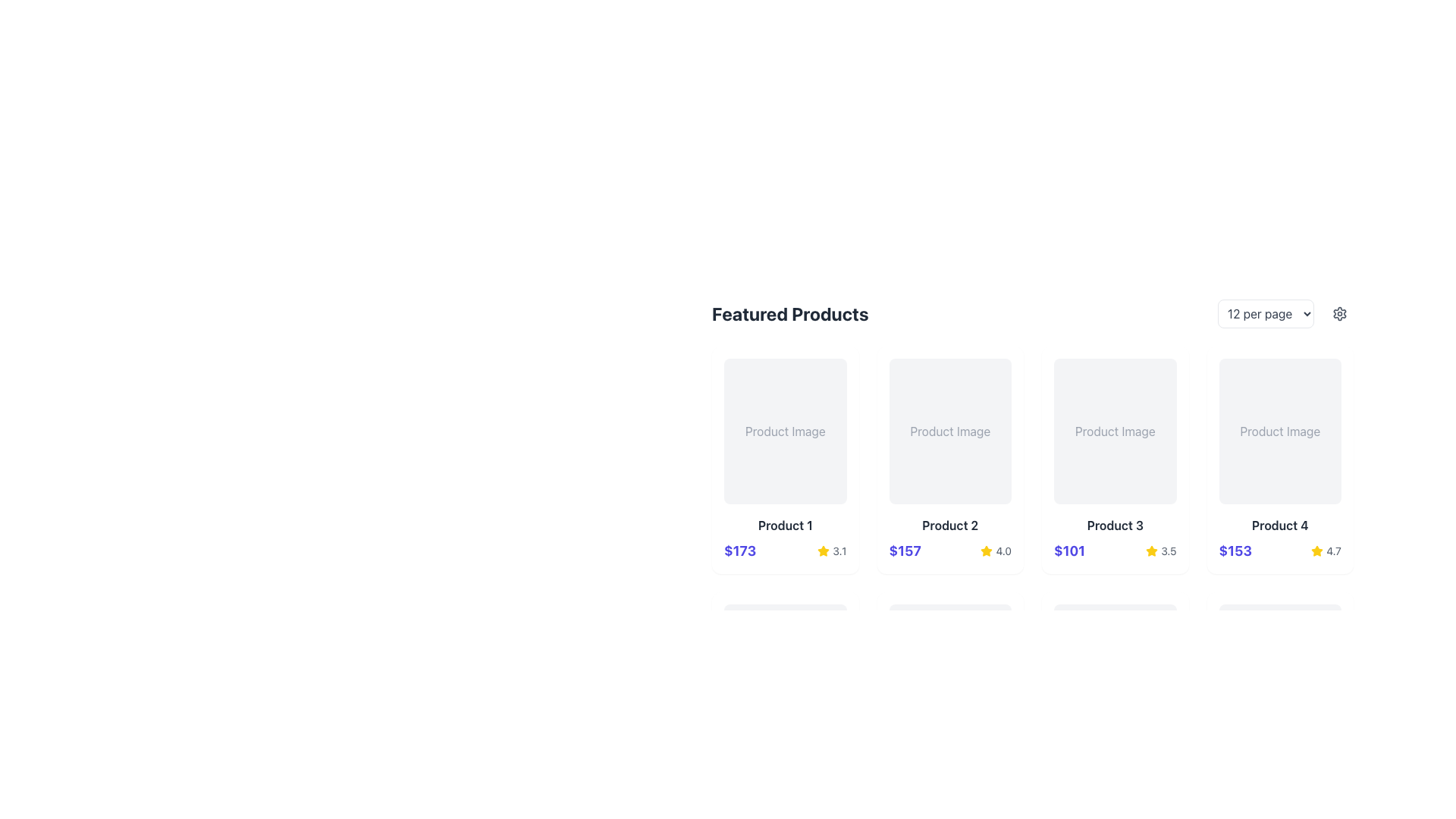  Describe the element at coordinates (1068, 551) in the screenshot. I see `the price indicator text label for 'Product 3' located to the left of the rating group with a score of '3.5'` at that location.